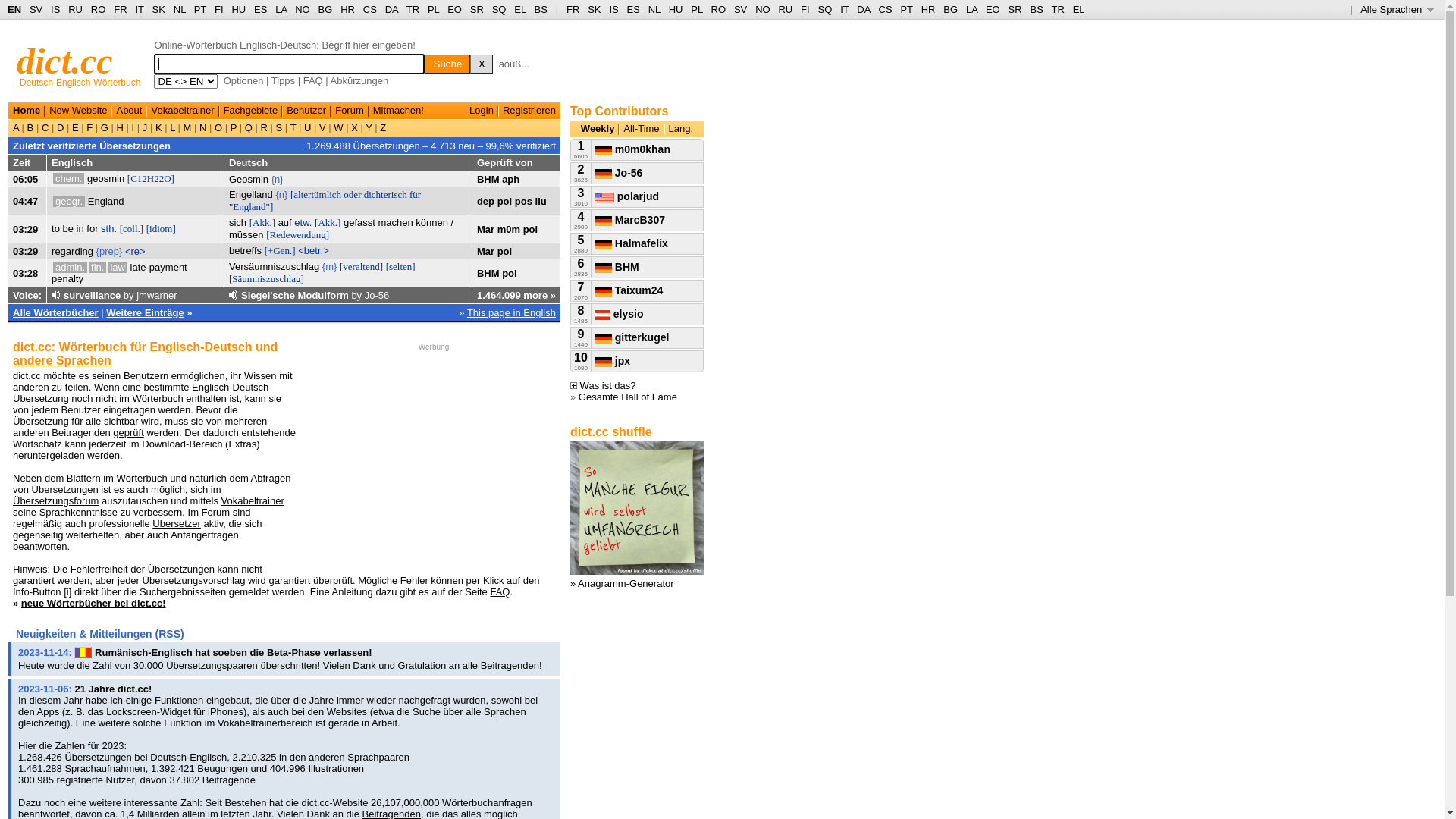  I want to click on 'Registrieren', so click(529, 109).